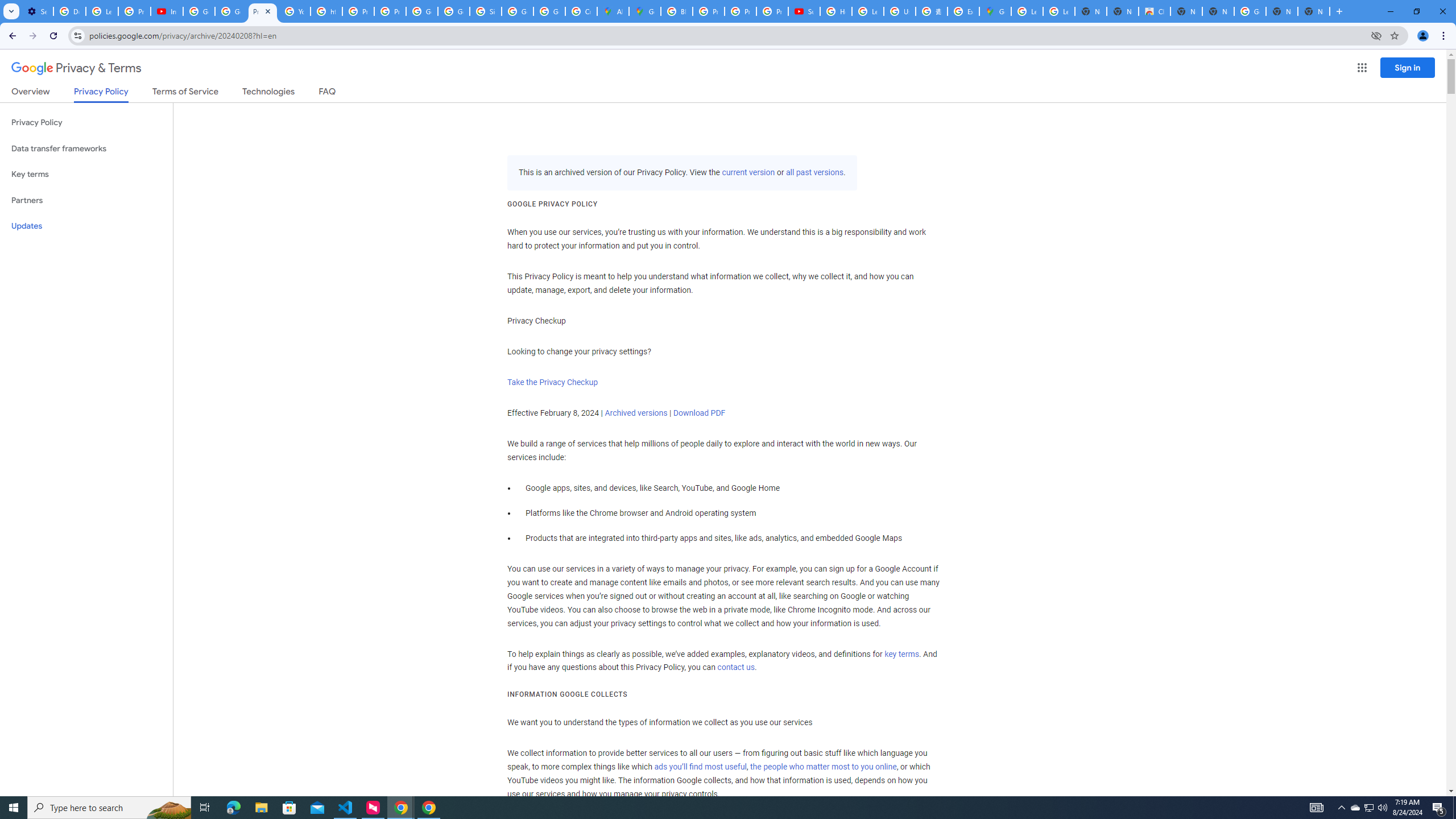 The image size is (1456, 819). I want to click on 'Settings - Customize profile', so click(37, 11).